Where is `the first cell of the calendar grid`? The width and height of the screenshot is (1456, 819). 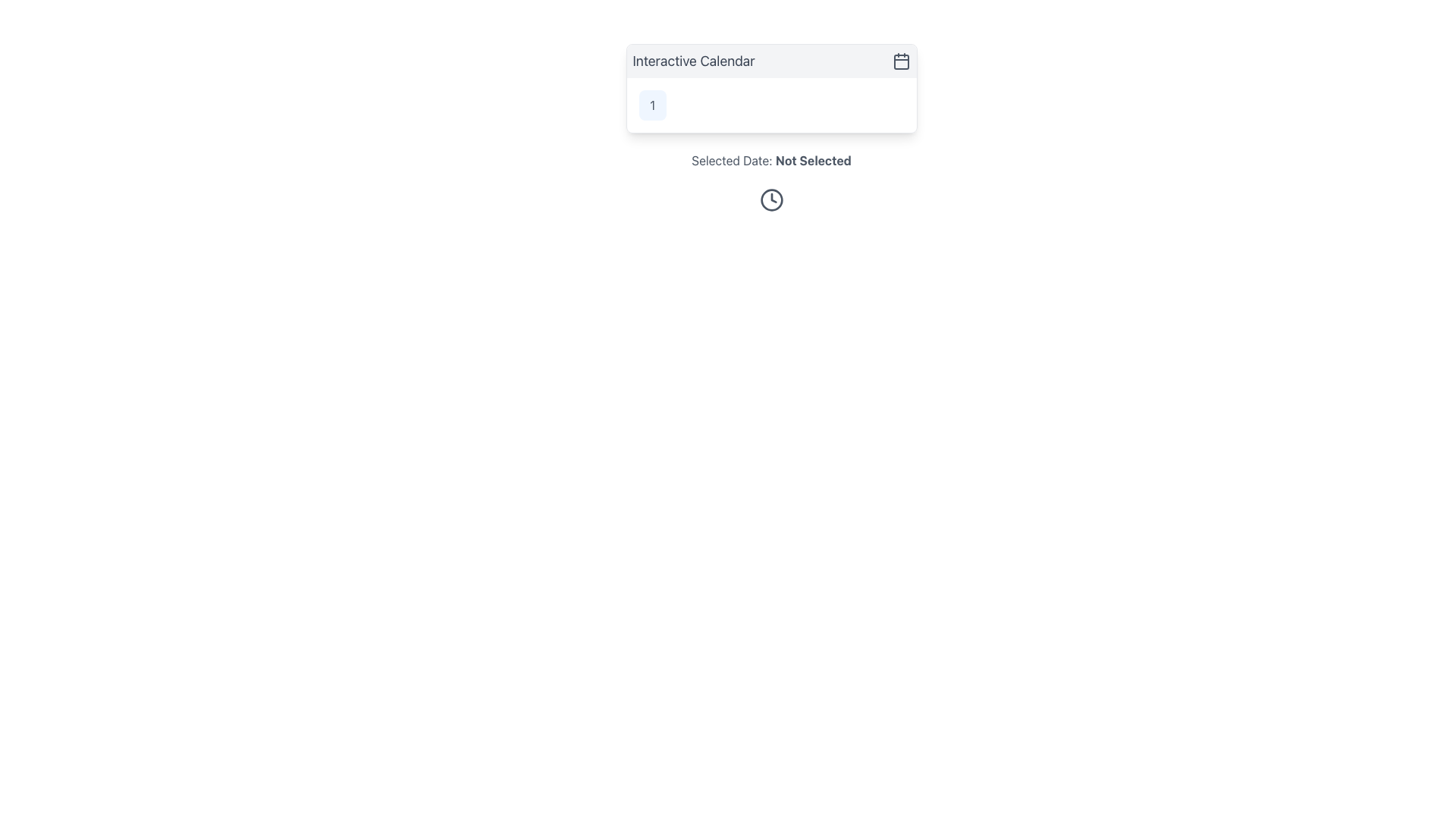 the first cell of the calendar grid is located at coordinates (771, 104).